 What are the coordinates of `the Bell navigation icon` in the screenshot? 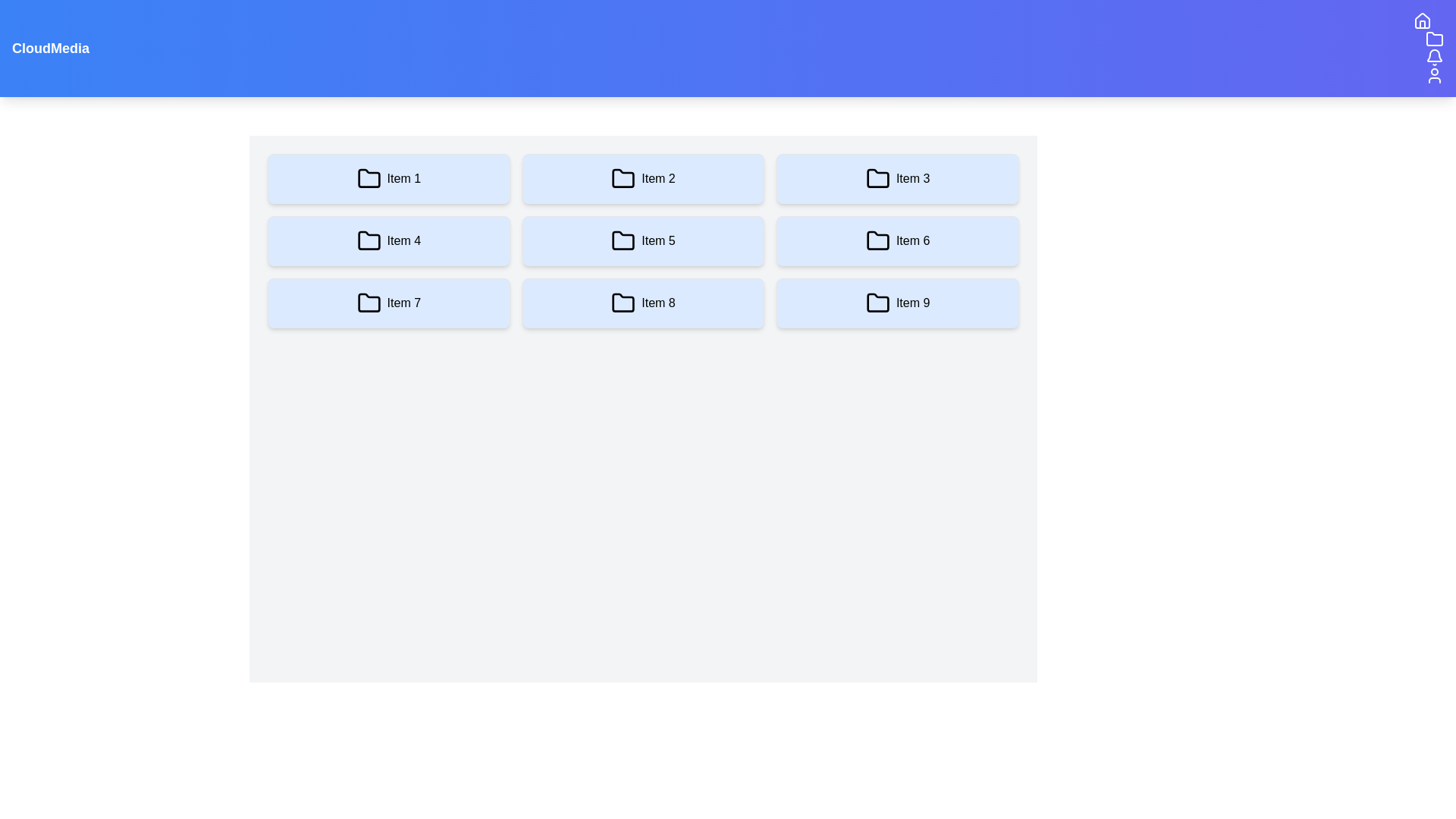 It's located at (1433, 57).